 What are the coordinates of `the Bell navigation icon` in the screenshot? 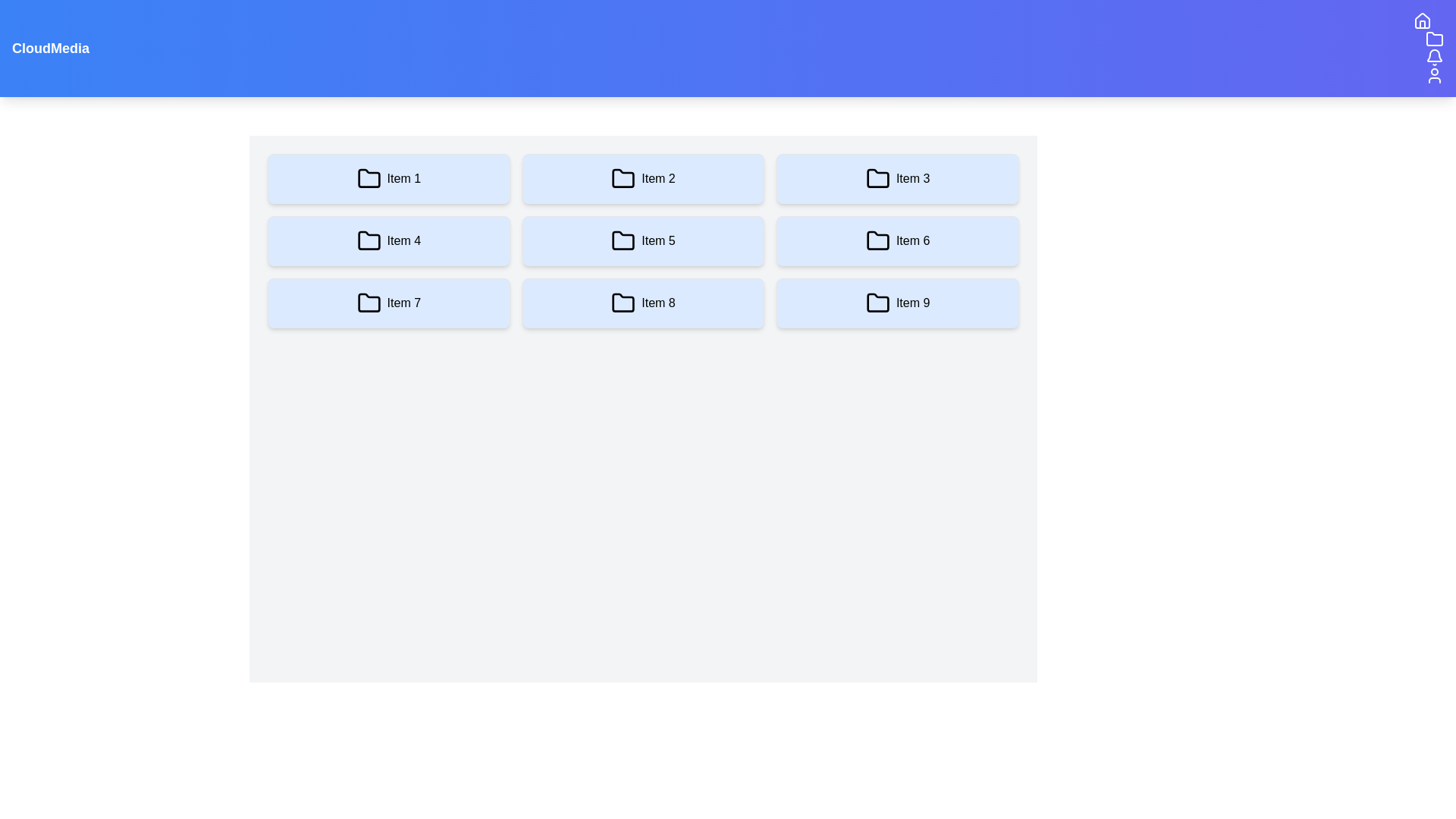 It's located at (1433, 57).